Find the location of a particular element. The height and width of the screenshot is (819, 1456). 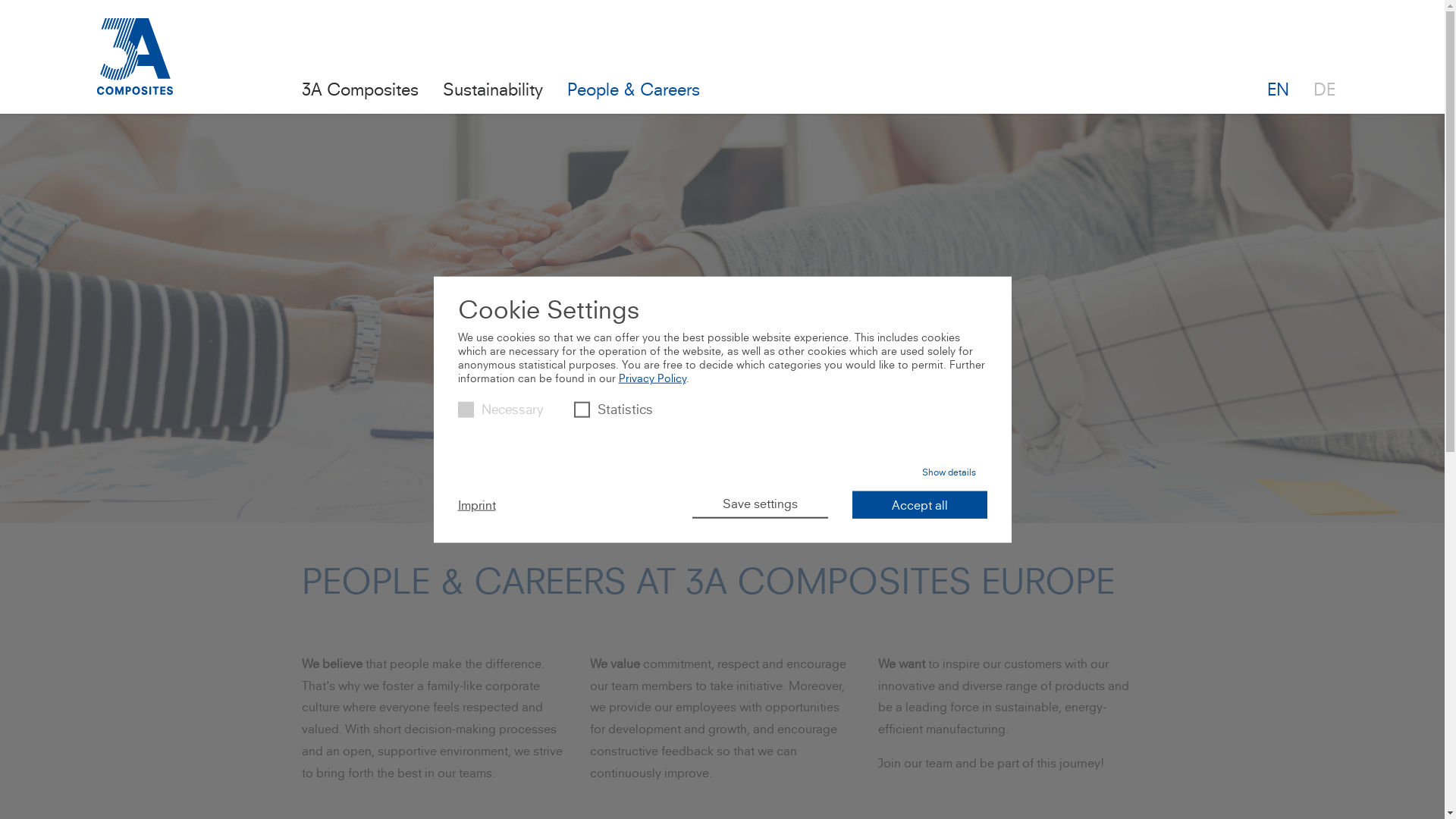

'Save settings' is located at coordinates (759, 504).